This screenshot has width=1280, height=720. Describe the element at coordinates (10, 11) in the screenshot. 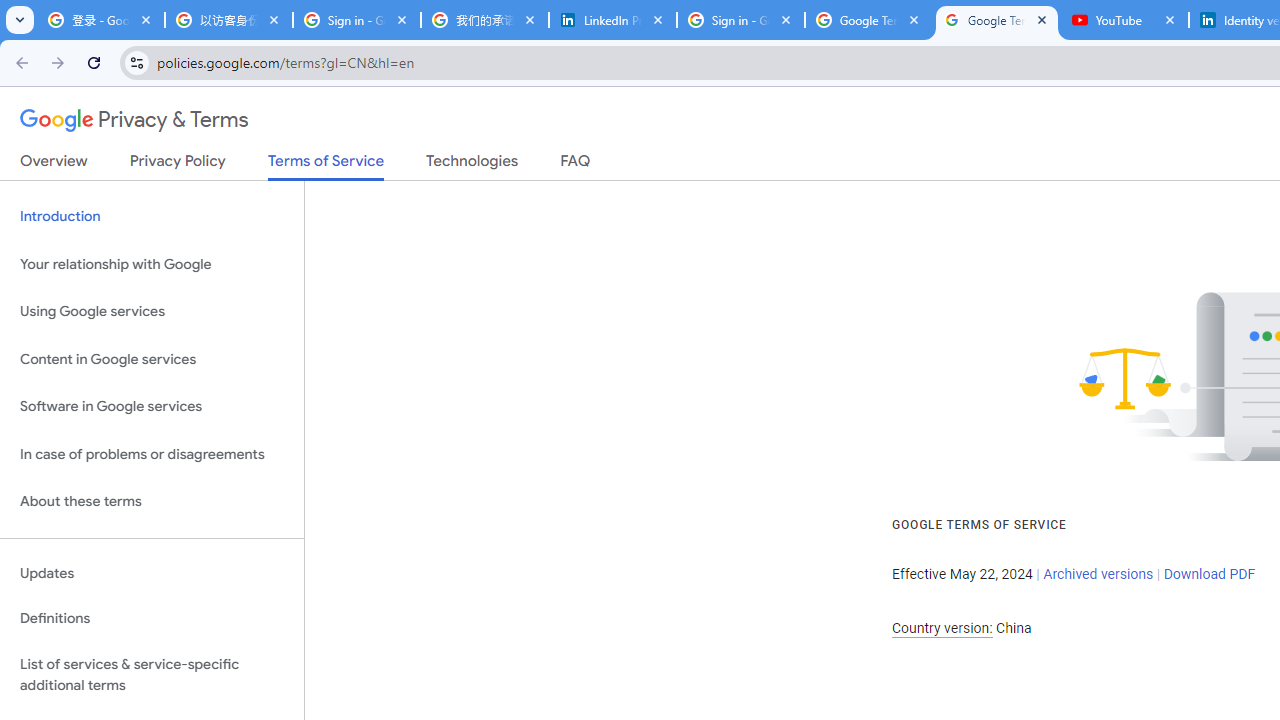

I see `'System'` at that location.